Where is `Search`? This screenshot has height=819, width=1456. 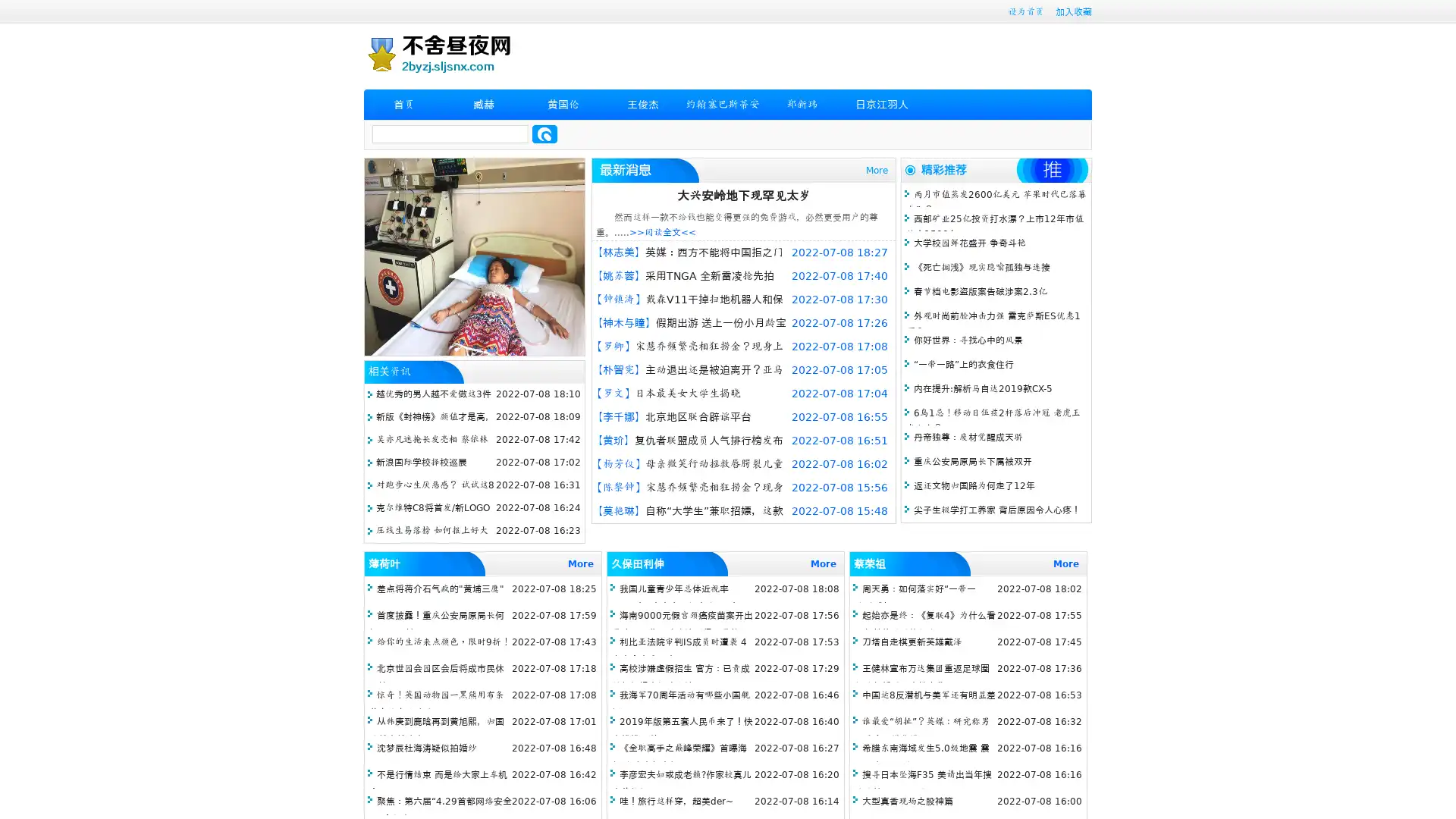 Search is located at coordinates (544, 133).